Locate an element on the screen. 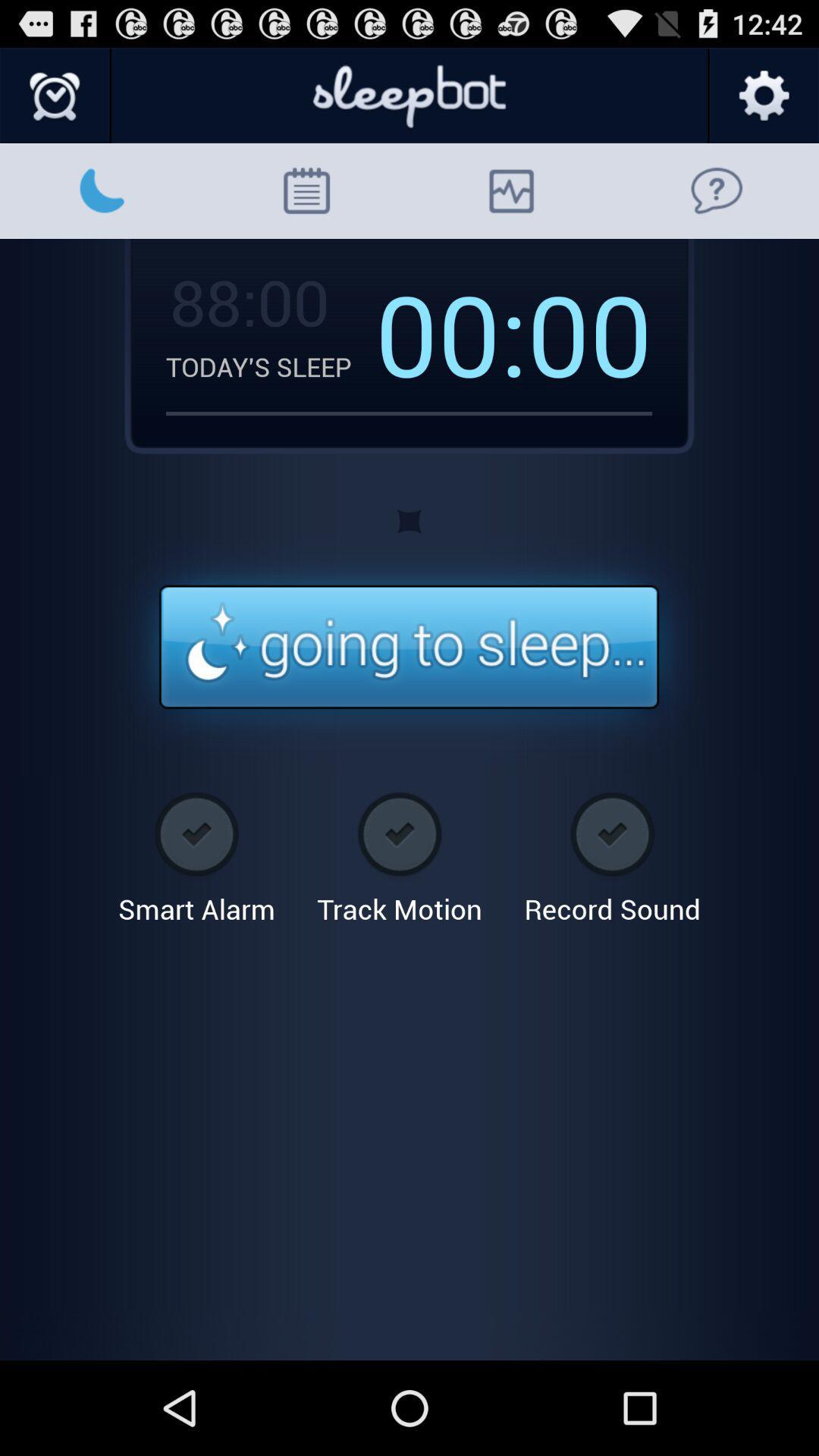  open settings tool is located at coordinates (763, 96).